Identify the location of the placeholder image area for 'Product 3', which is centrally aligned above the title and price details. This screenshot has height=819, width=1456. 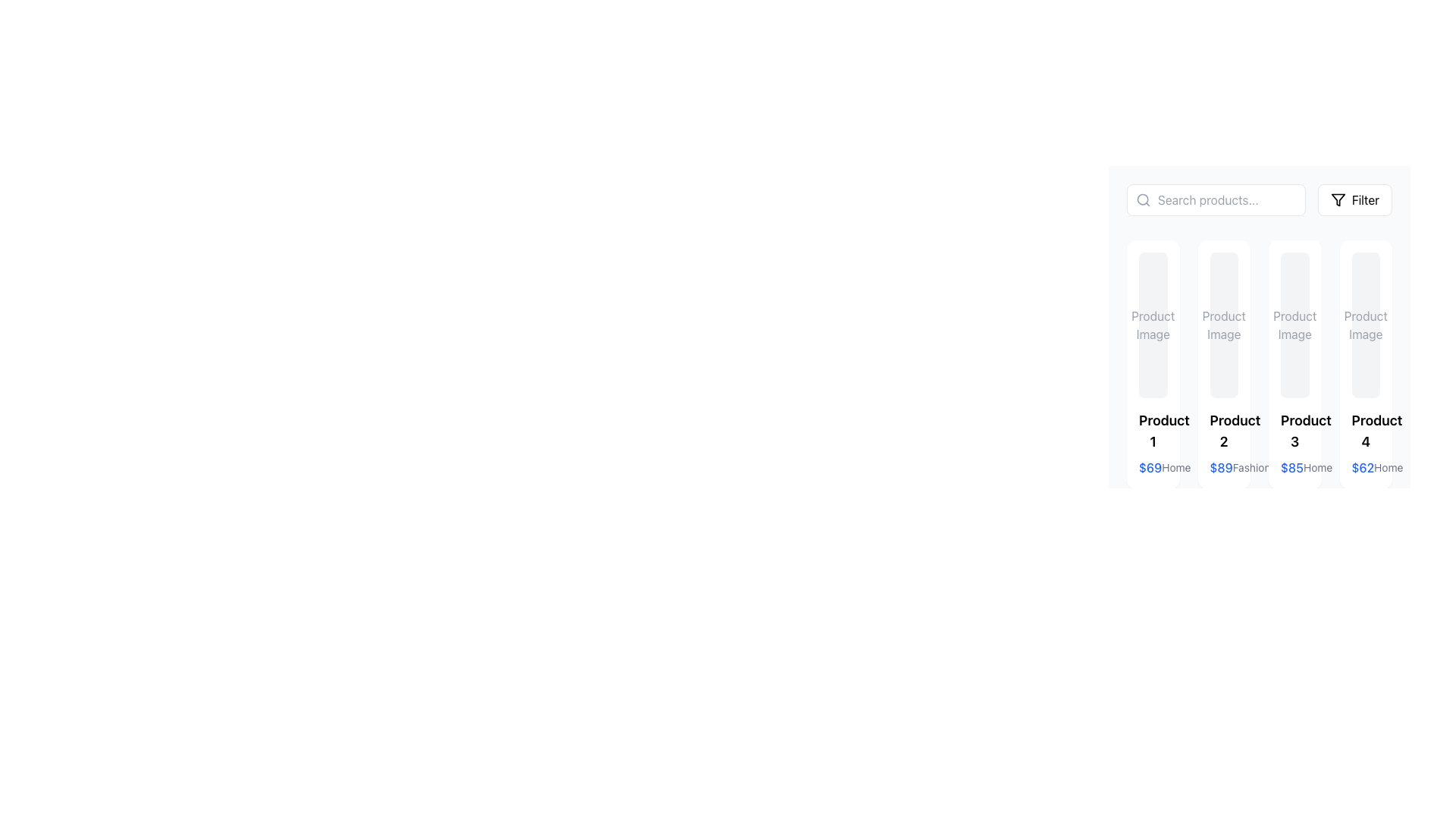
(1294, 324).